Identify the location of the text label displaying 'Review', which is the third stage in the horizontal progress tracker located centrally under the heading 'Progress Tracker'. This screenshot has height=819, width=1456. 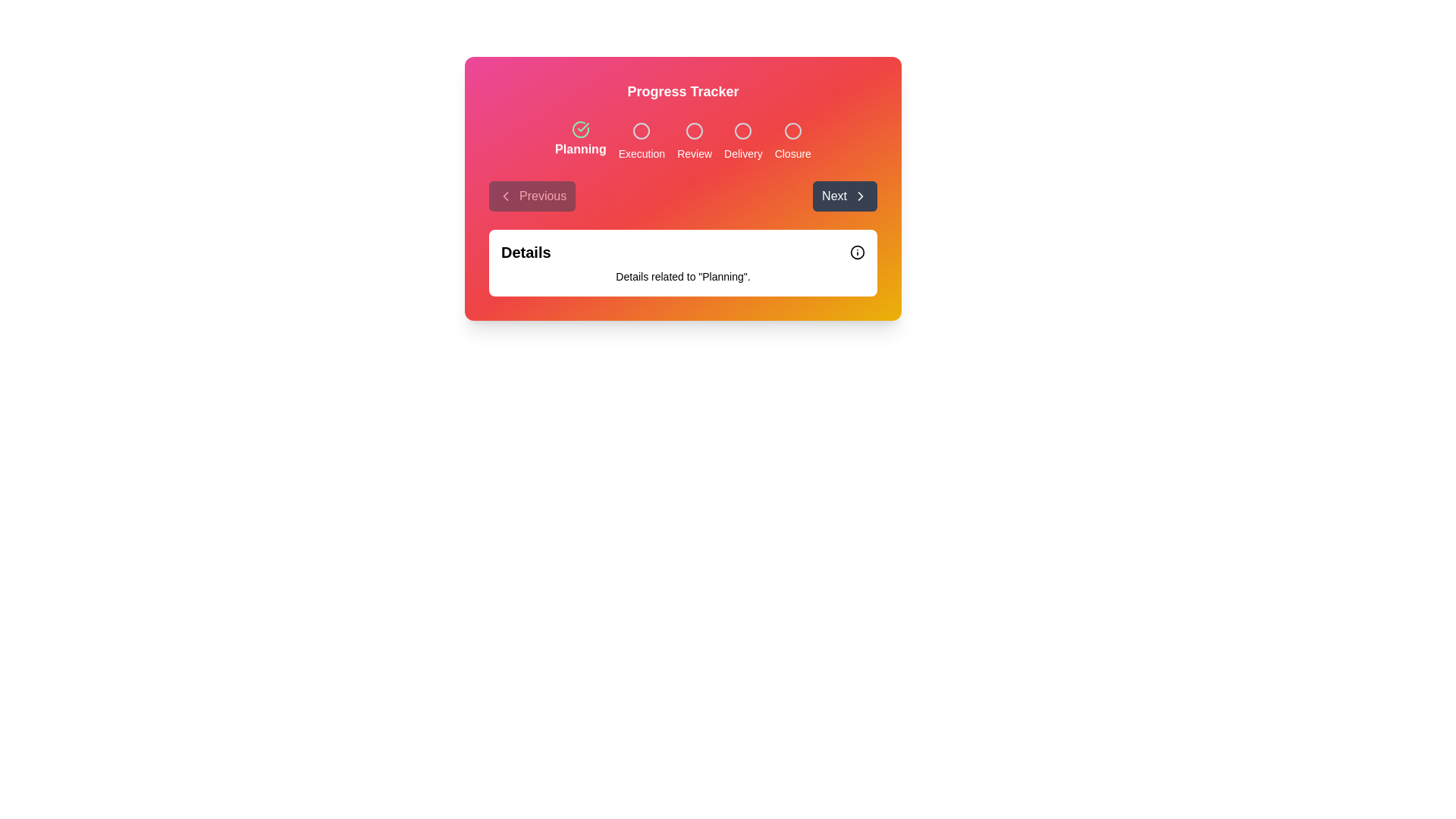
(694, 154).